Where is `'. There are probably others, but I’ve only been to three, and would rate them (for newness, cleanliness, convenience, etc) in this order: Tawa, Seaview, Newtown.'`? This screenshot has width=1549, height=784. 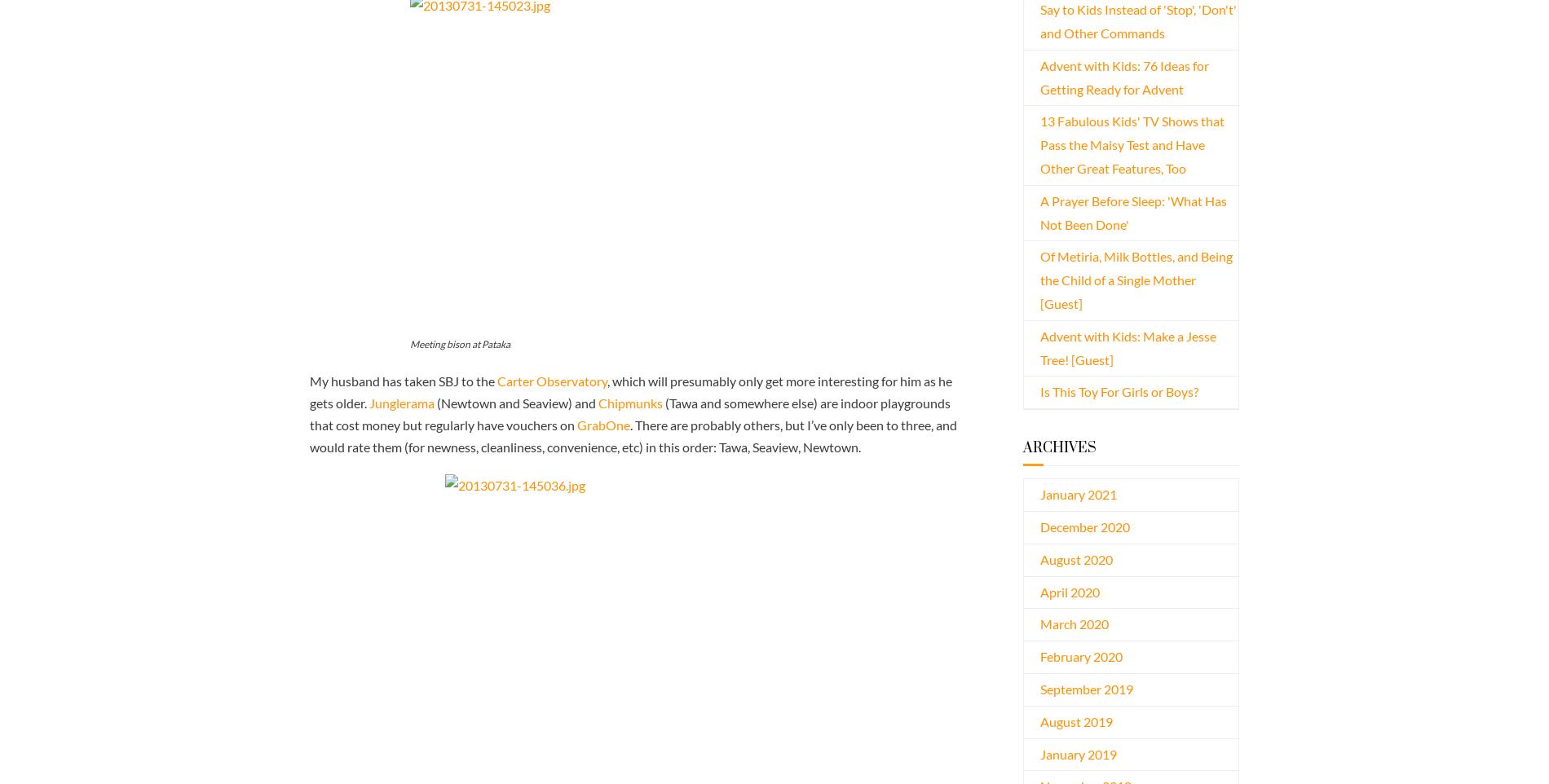
'. There are probably others, but I’ve only been to three, and would rate them (for newness, cleanliness, convenience, etc) in this order: Tawa, Seaview, Newtown.' is located at coordinates (632, 435).